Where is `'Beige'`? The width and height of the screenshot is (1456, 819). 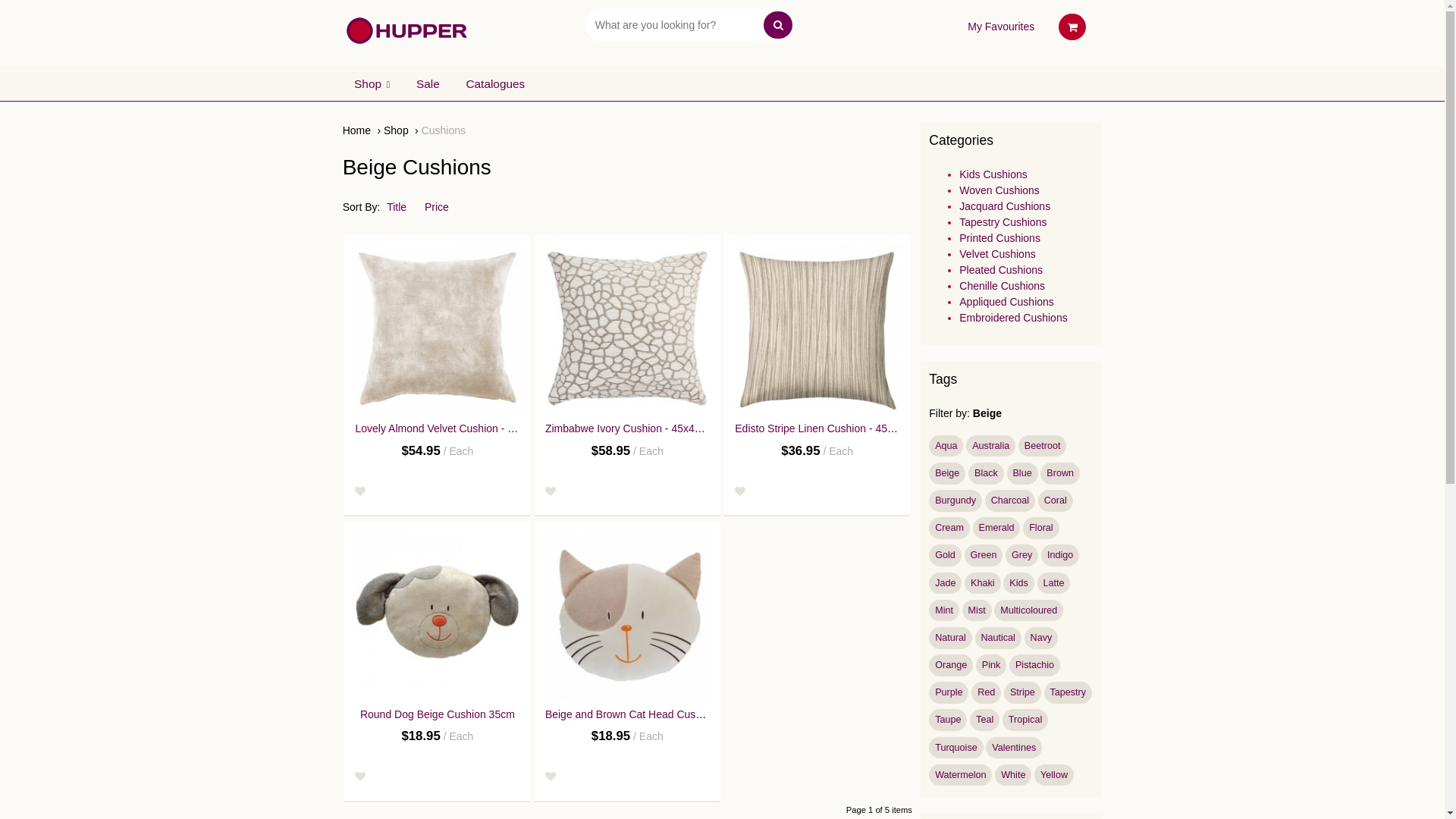
'Beige' is located at coordinates (946, 472).